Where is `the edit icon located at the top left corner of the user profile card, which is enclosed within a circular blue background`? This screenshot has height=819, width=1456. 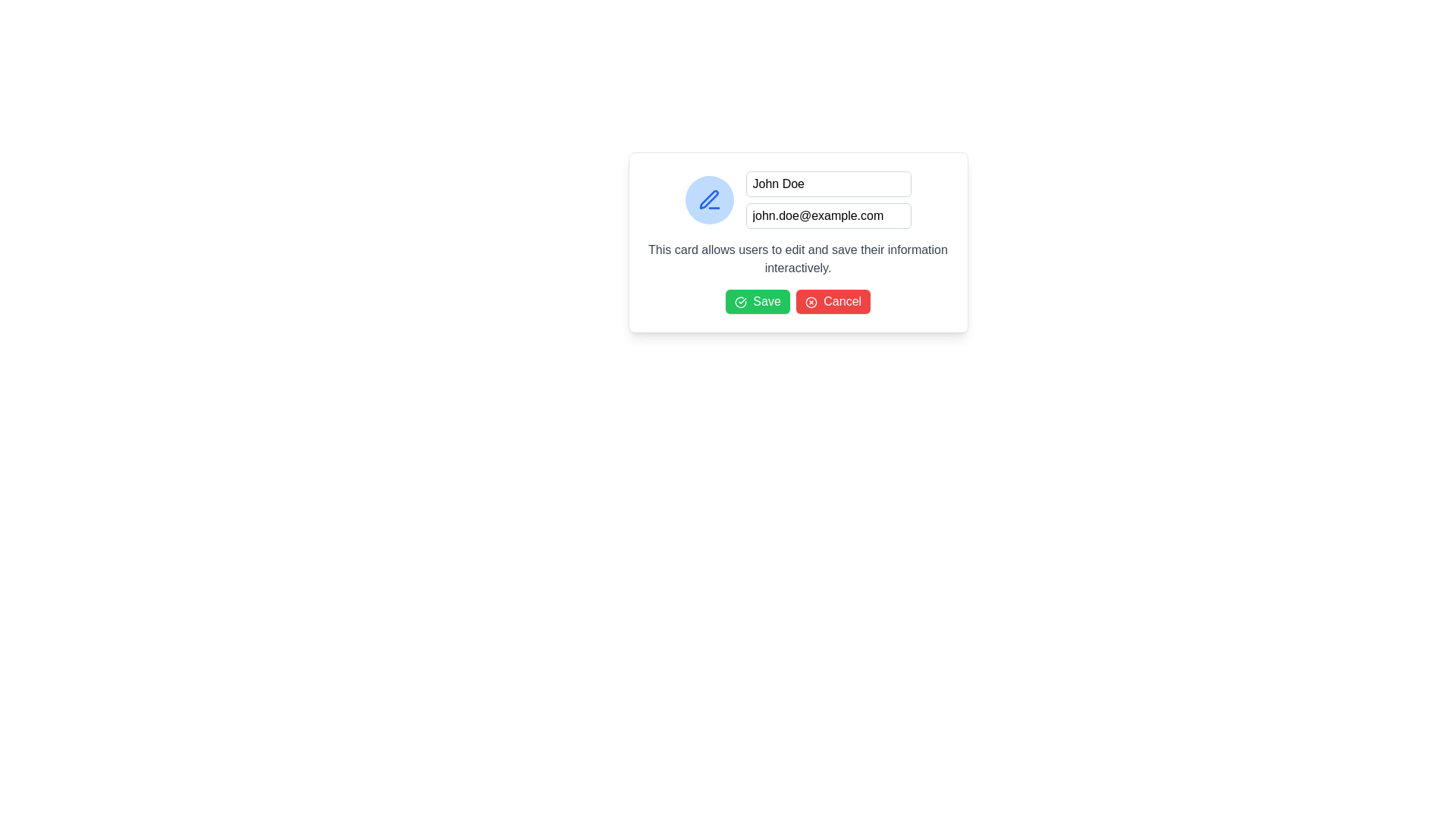
the edit icon located at the top left corner of the user profile card, which is enclosed within a circular blue background is located at coordinates (708, 199).